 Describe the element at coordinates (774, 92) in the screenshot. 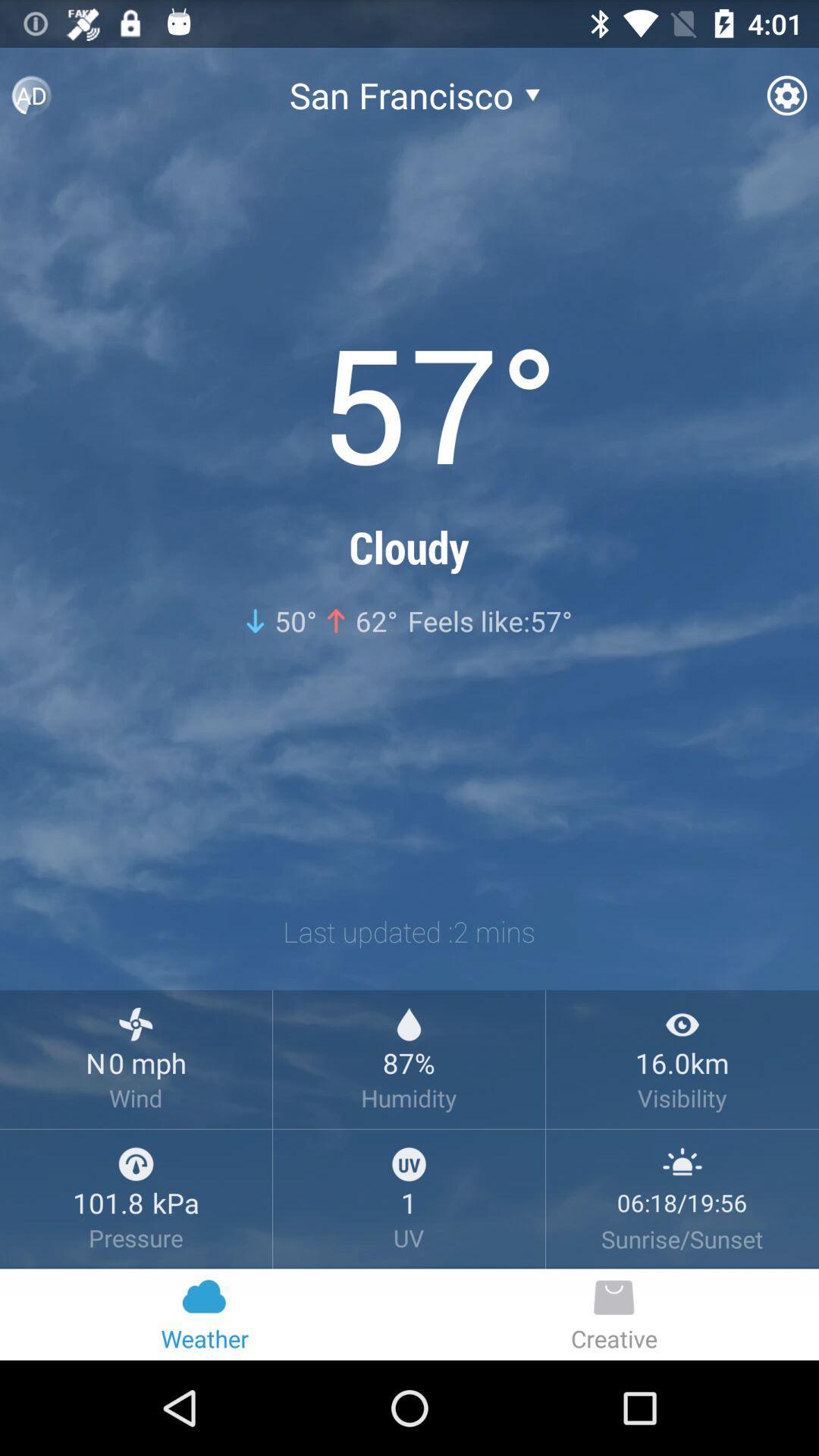

I see `the settings icon` at that location.